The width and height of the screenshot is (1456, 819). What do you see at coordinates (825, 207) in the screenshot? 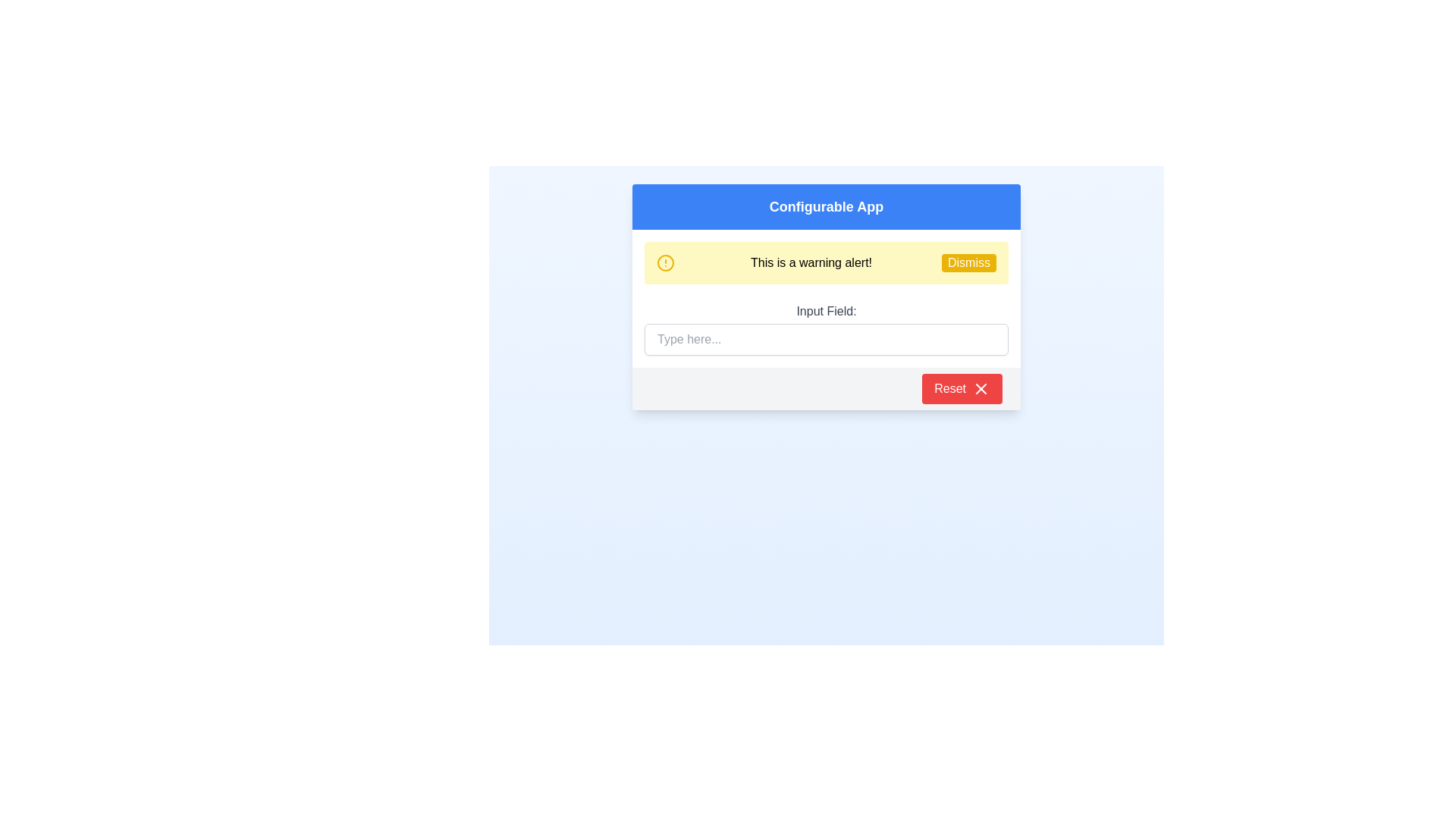
I see `the header titled 'Configurable App', which is a rectangular blue area with white bold text centered inside, located at the top of the white card` at bounding box center [825, 207].